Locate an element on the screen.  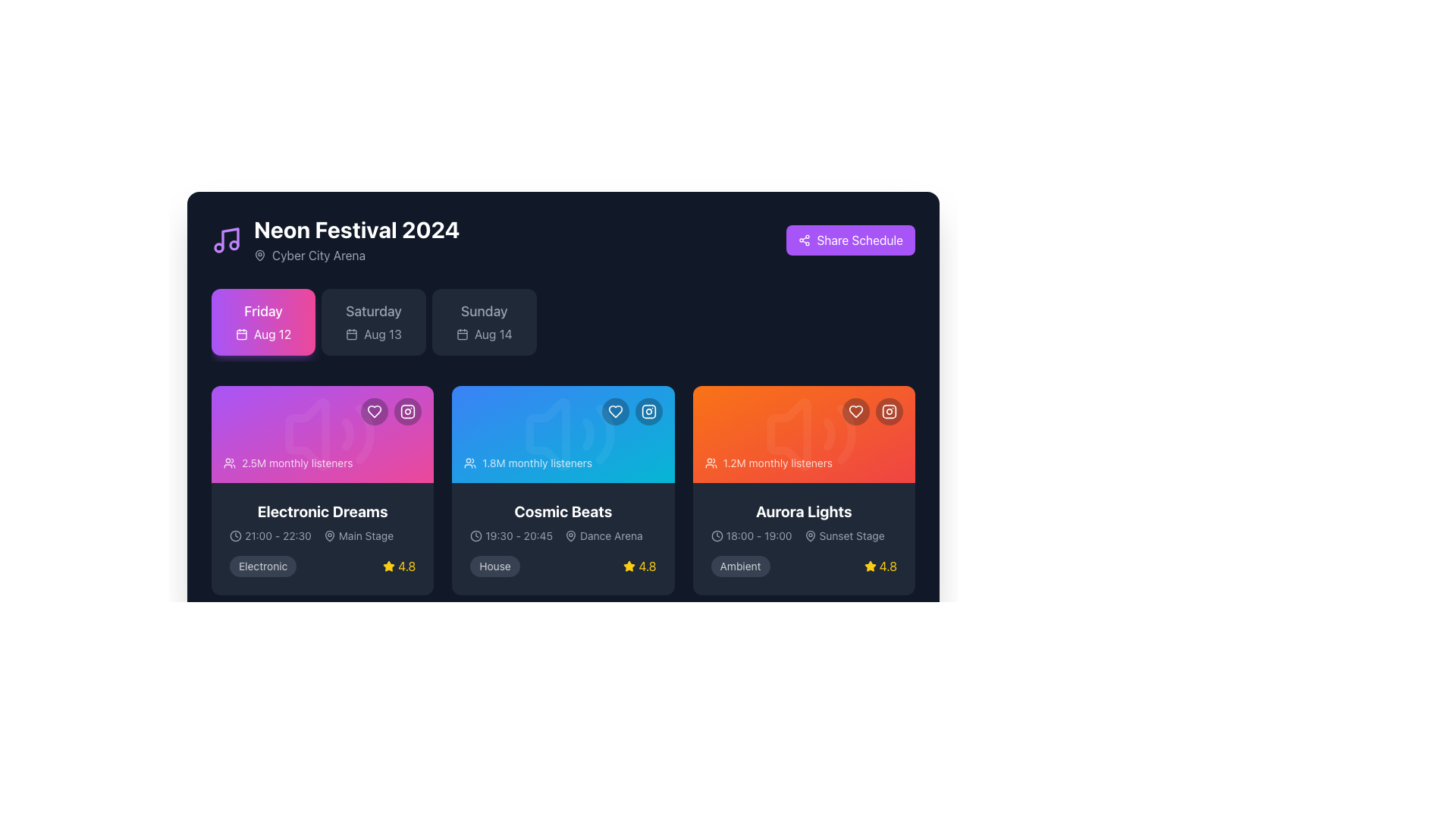
the Text block with inline icons that provides information about the 'Electronic Dreams' event is located at coordinates (322, 535).